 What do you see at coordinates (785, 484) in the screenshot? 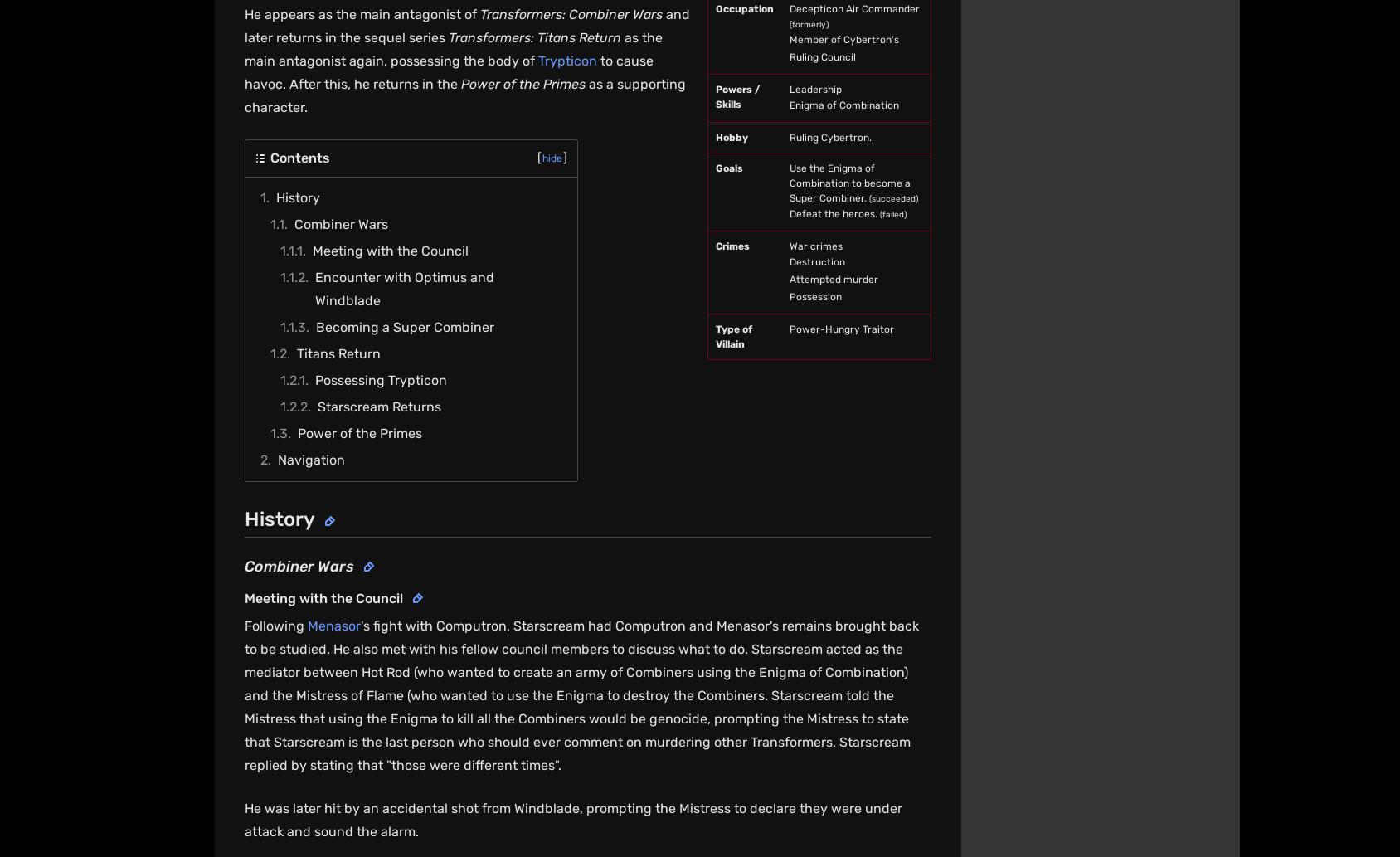
I see `'Community Central'` at bounding box center [785, 484].